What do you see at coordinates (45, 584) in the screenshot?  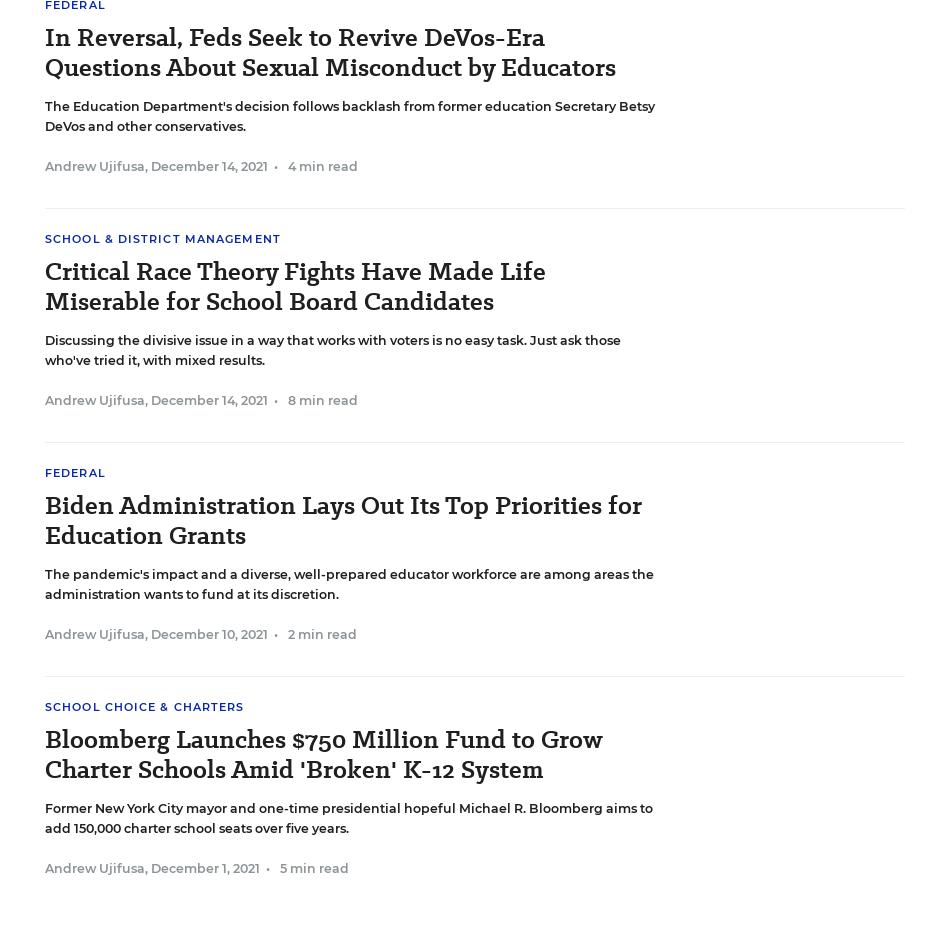 I see `'The pandemic's impact and a diverse, well-prepared educator workforce are among areas the administration wants to fund at its discretion.'` at bounding box center [45, 584].